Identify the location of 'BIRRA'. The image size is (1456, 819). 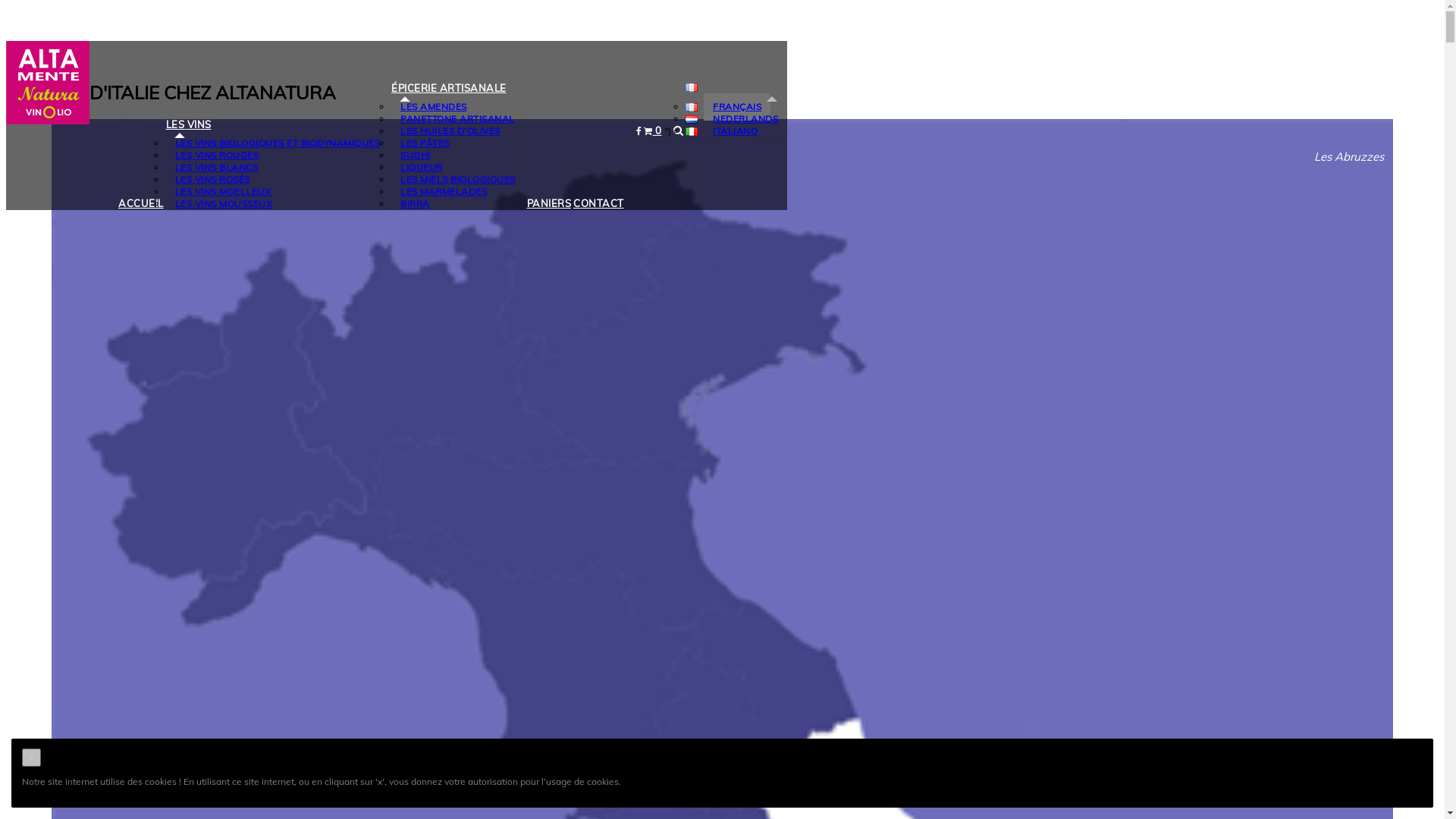
(391, 203).